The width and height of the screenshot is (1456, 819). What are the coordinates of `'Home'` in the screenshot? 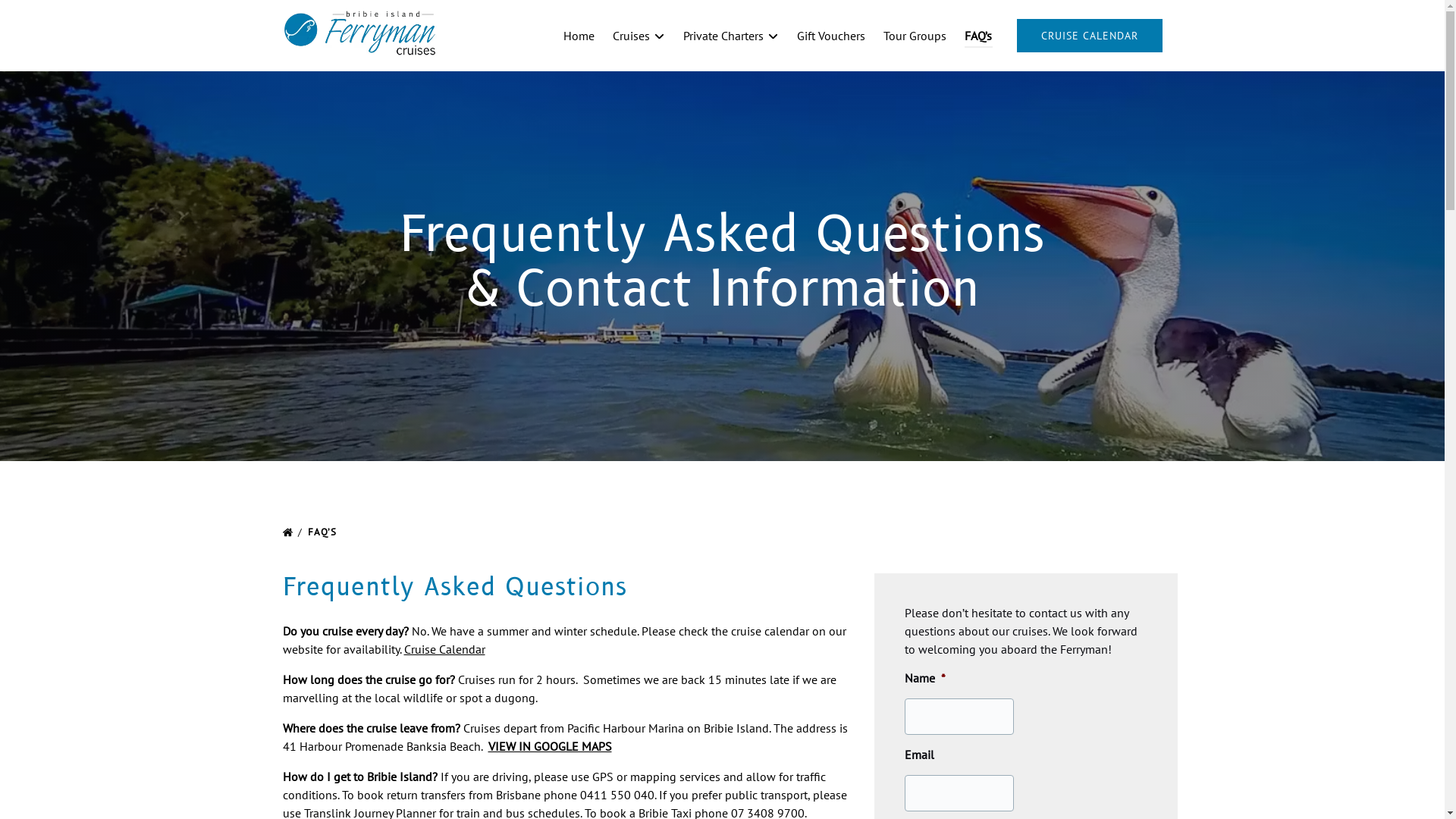 It's located at (578, 34).